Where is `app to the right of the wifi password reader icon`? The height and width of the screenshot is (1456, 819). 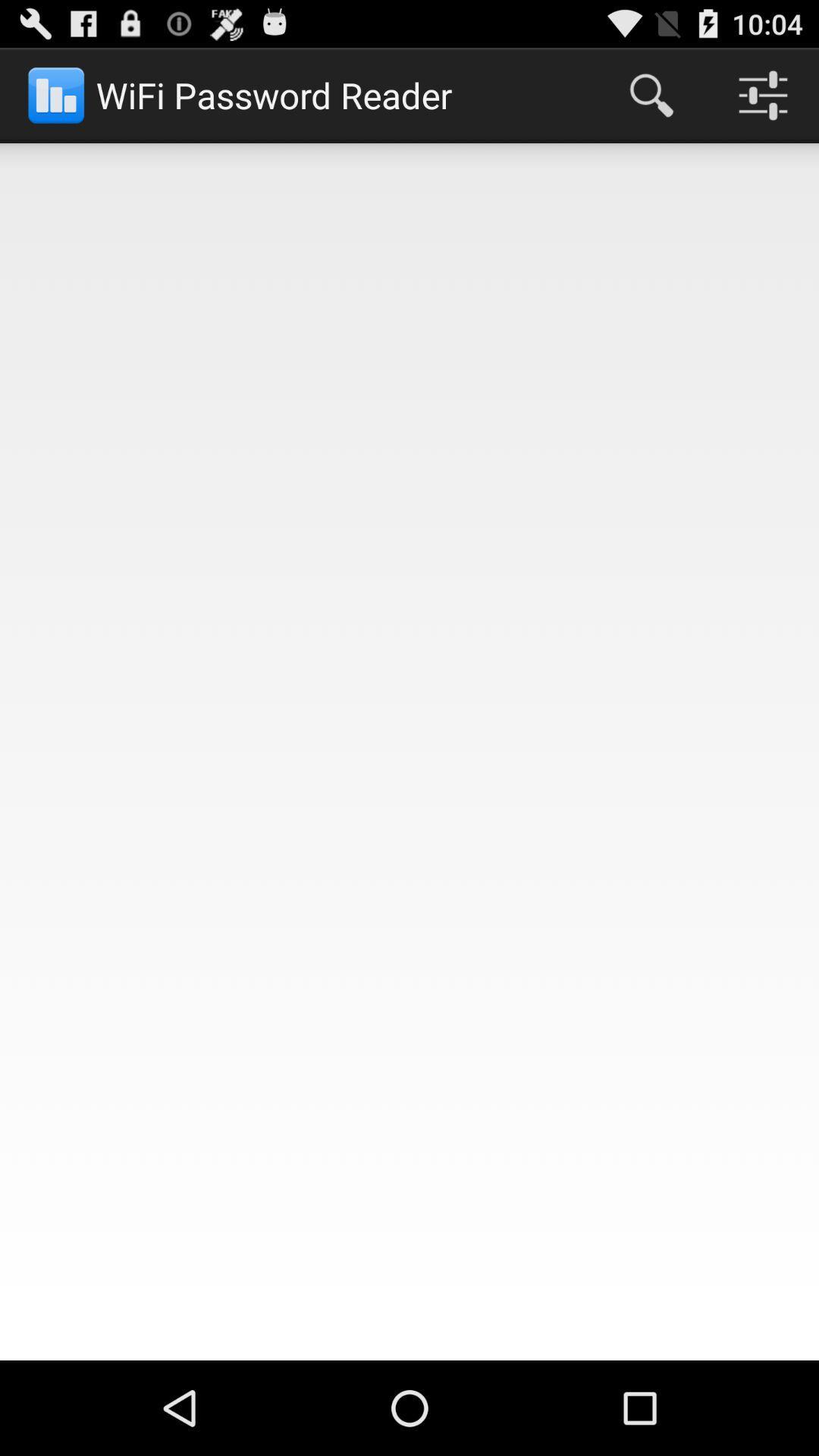 app to the right of the wifi password reader icon is located at coordinates (651, 94).